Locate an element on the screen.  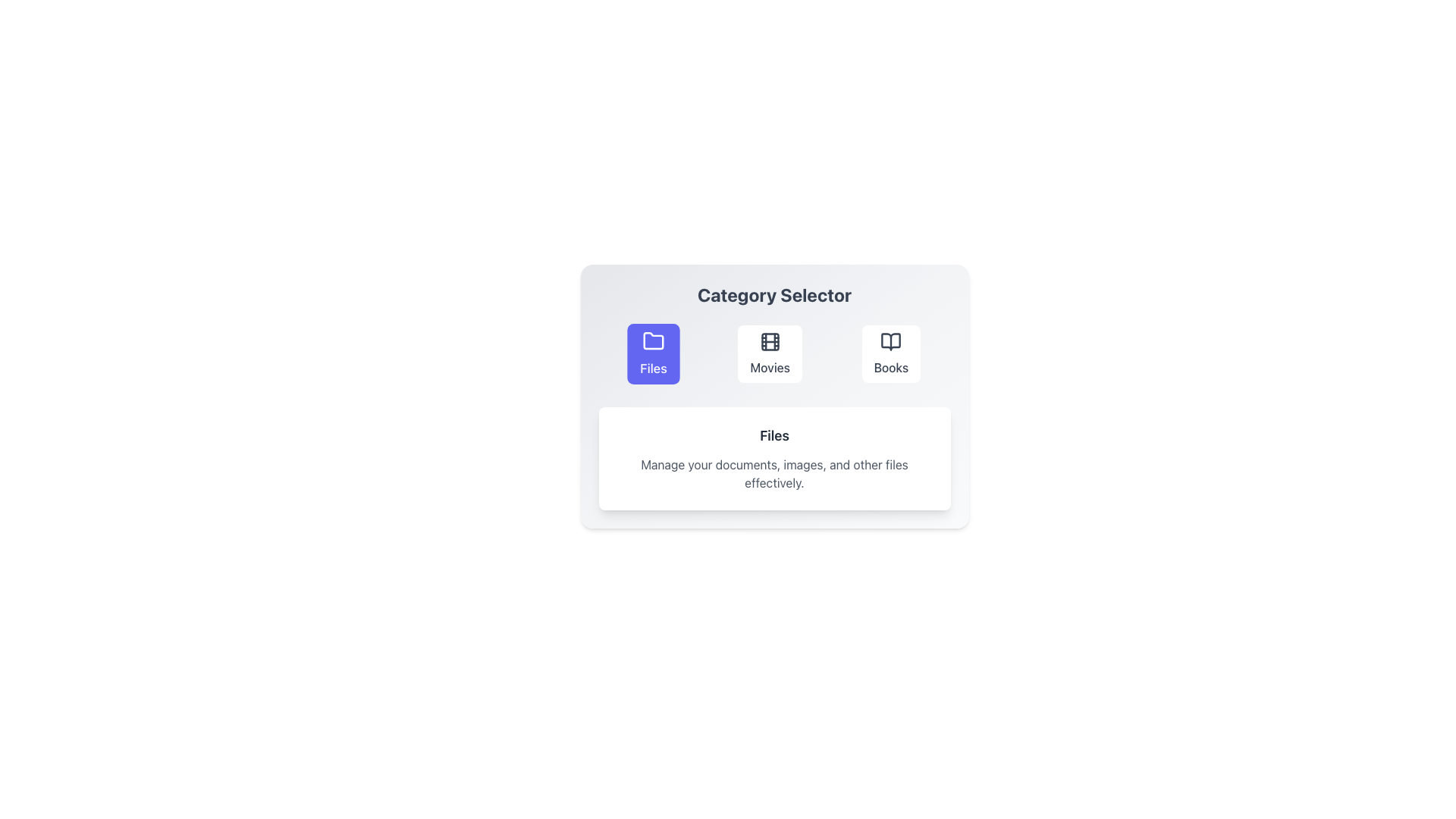
the text element that provides a brief summary or description about the 'Files' section, which is positioned centrally below the 'Files' title text is located at coordinates (774, 472).